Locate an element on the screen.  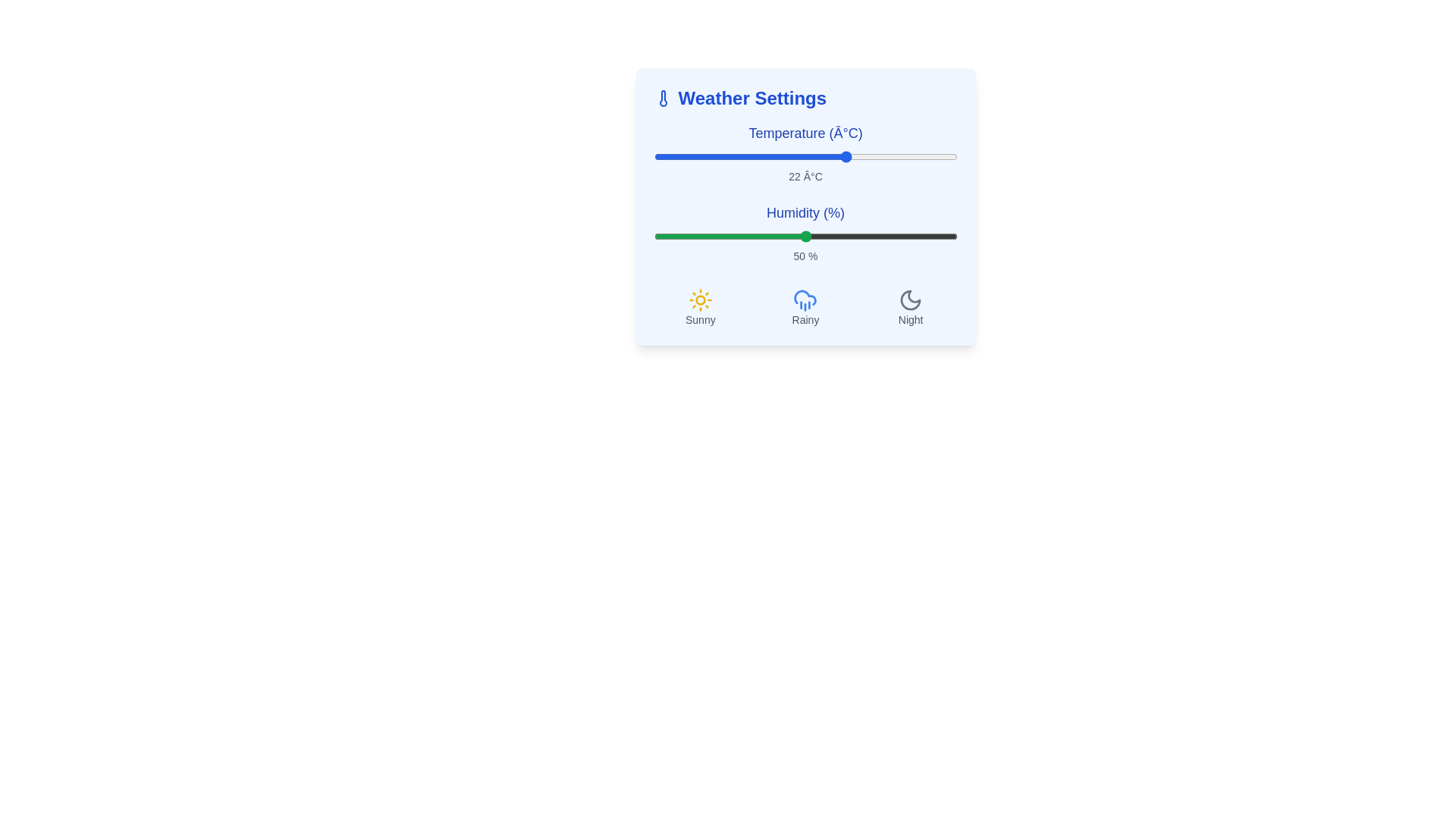
the temperature is located at coordinates (835, 157).